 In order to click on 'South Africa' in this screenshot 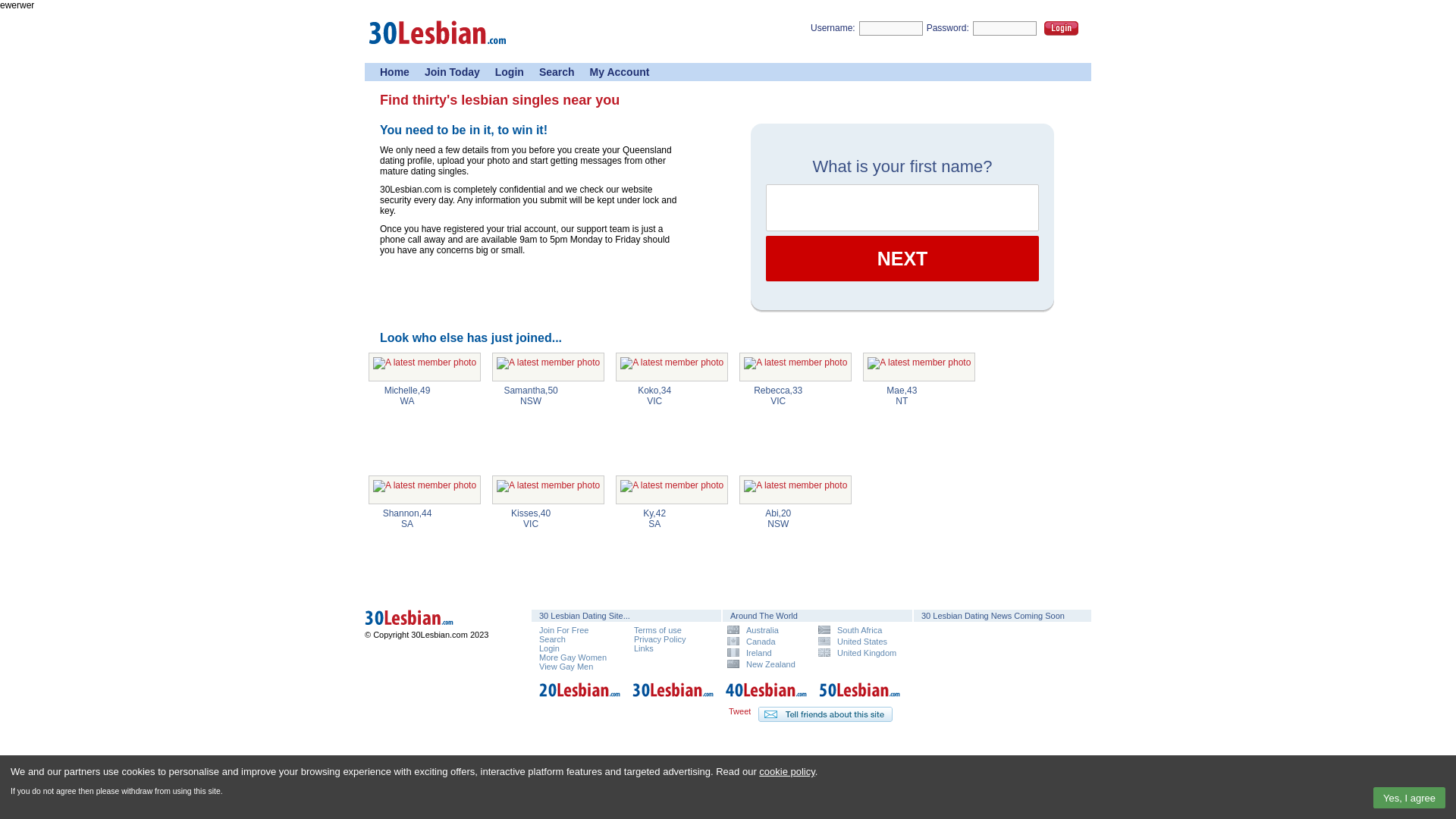, I will do `click(858, 629)`.